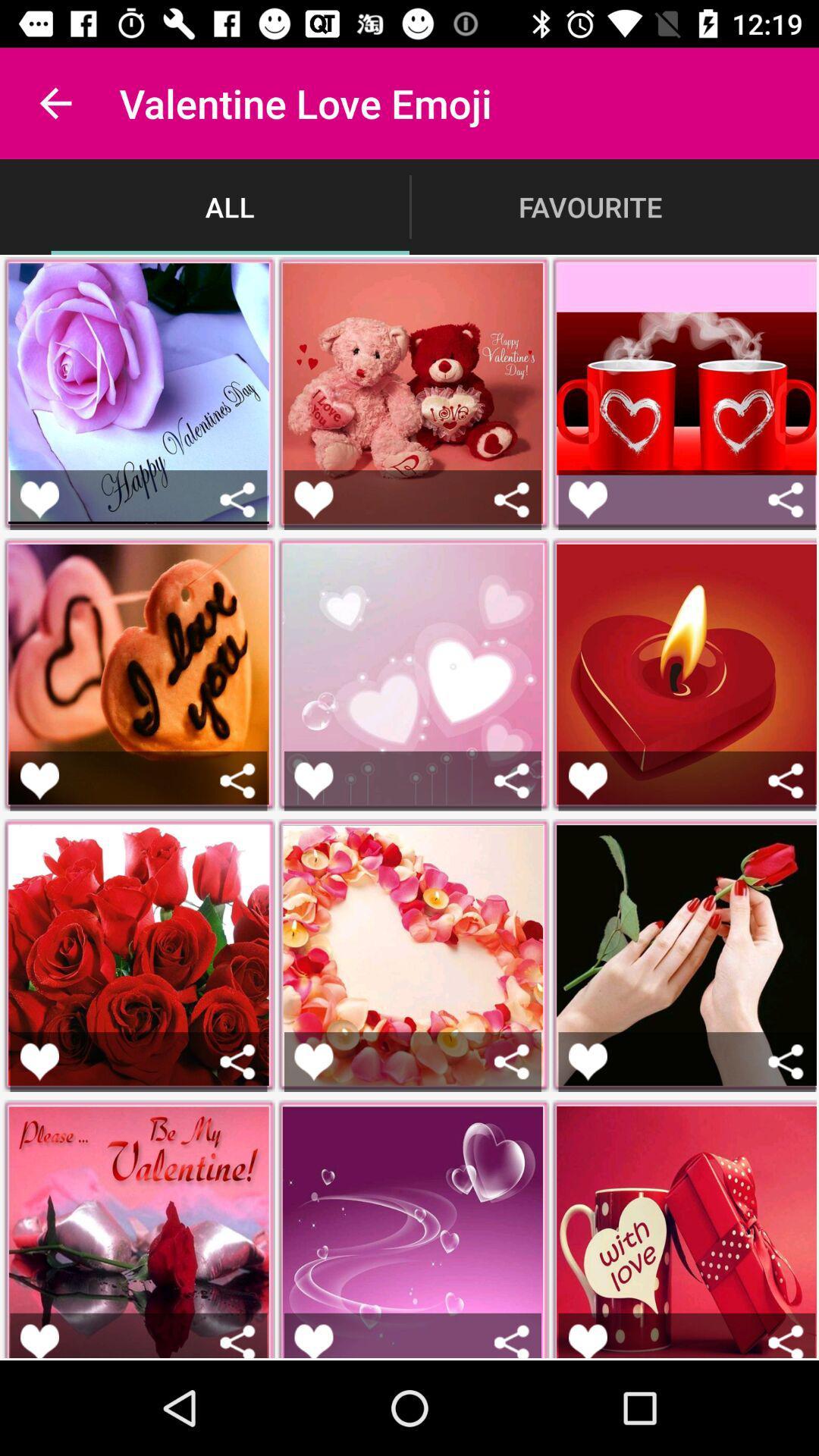  I want to click on share with love mug, so click(785, 1341).